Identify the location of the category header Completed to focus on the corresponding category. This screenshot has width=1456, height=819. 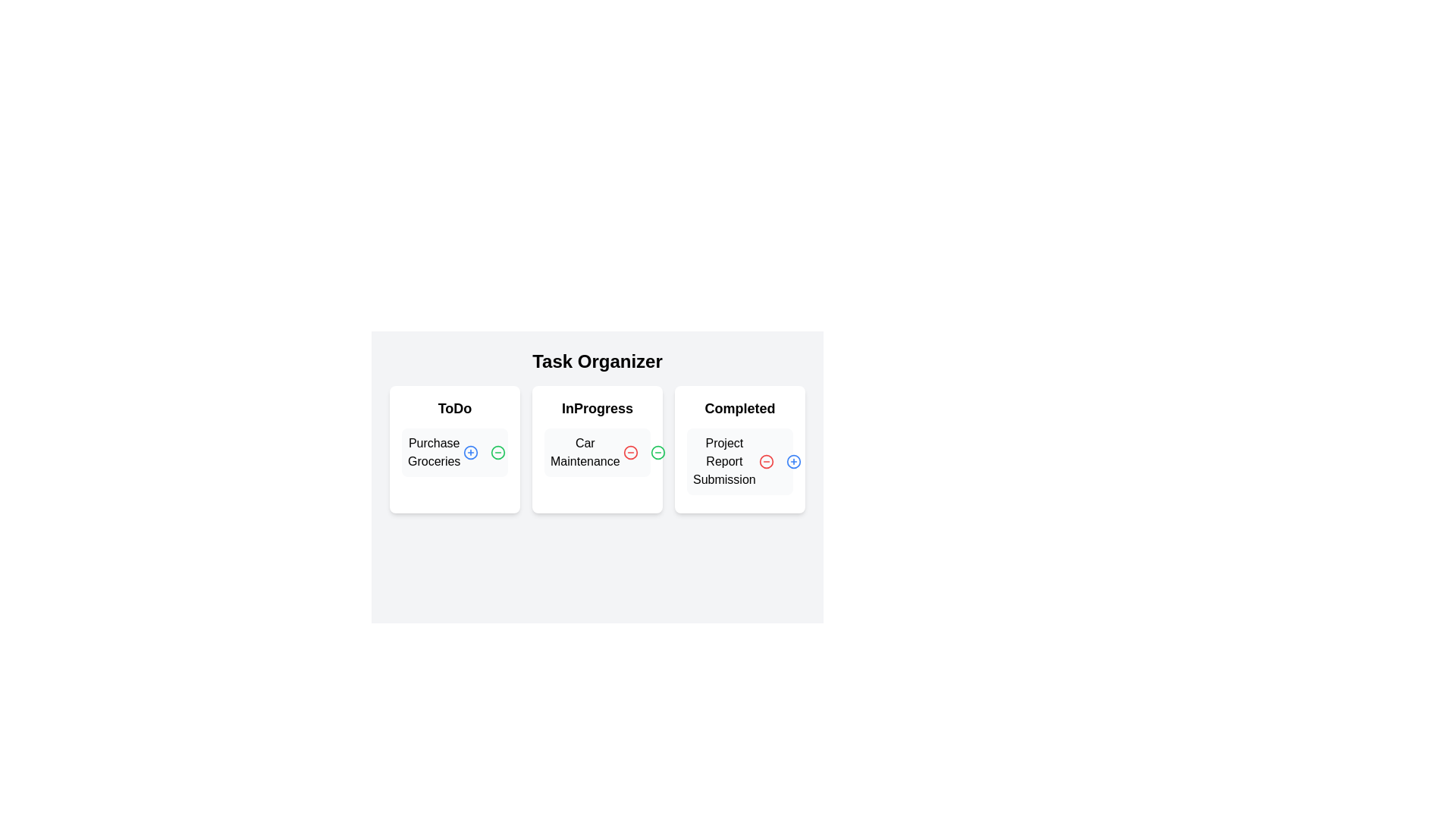
(739, 408).